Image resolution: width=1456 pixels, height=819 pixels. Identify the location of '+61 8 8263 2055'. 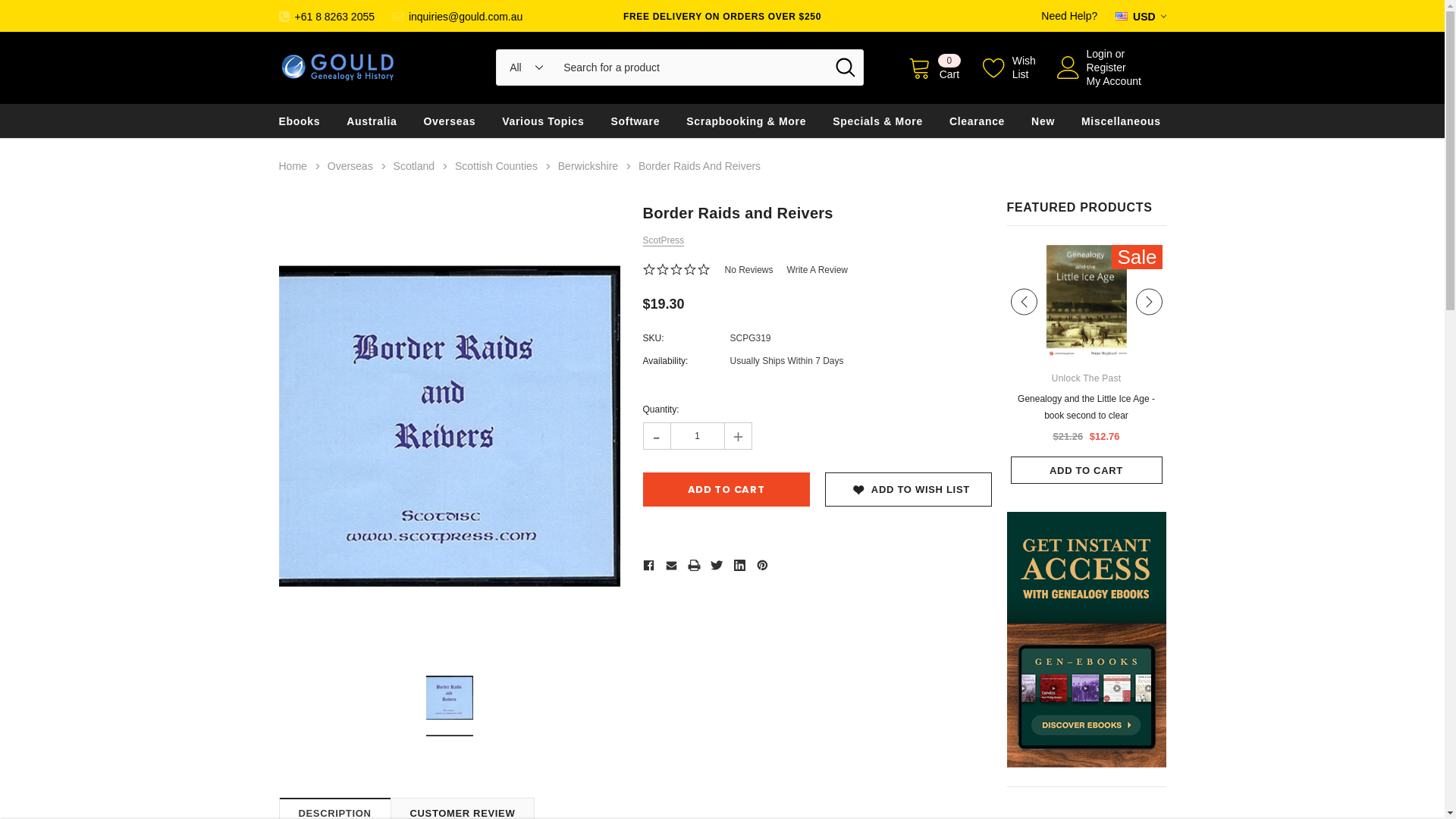
(326, 16).